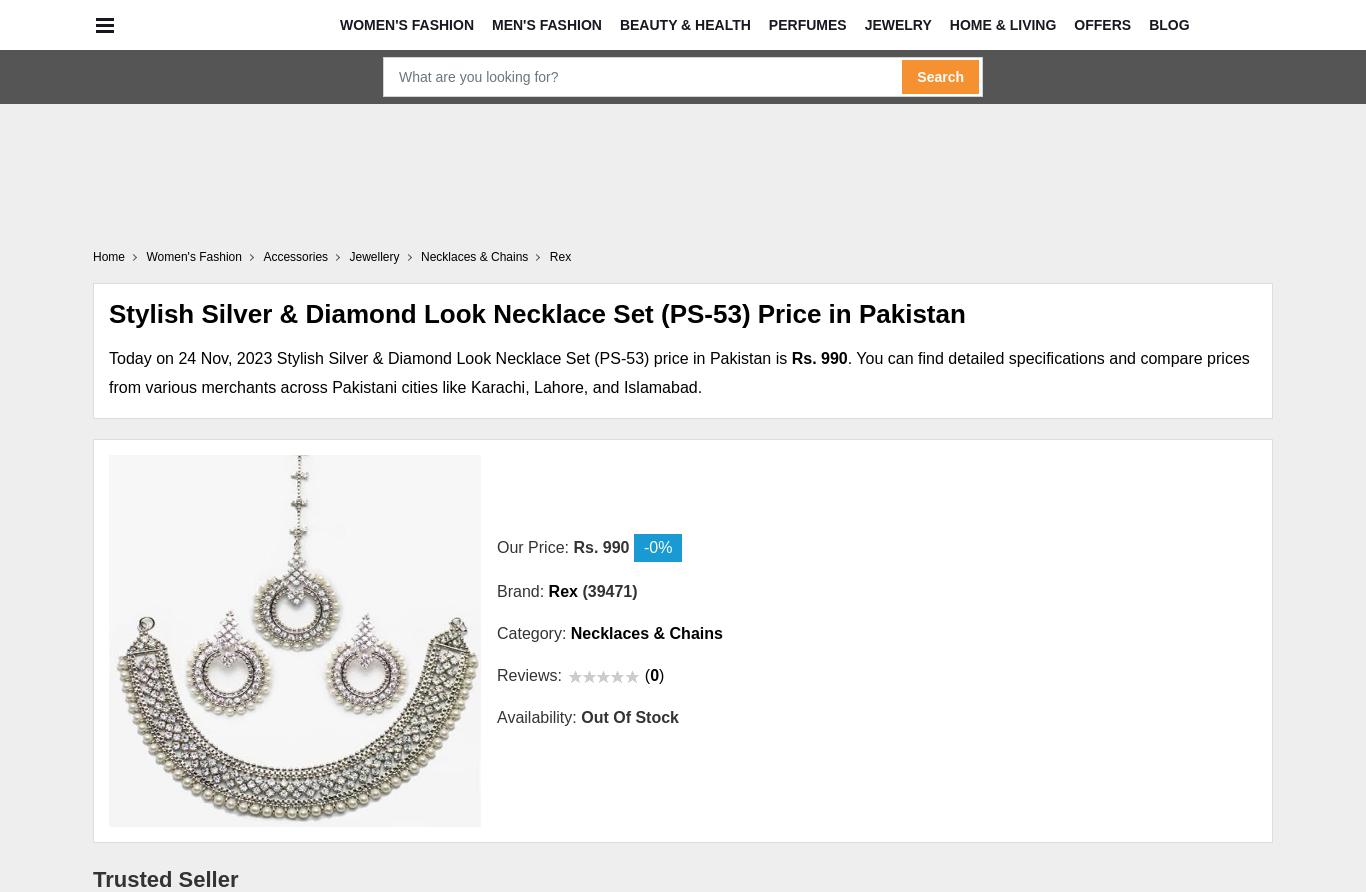 This screenshot has height=892, width=1366. Describe the element at coordinates (806, 24) in the screenshot. I see `'Perfumes'` at that location.